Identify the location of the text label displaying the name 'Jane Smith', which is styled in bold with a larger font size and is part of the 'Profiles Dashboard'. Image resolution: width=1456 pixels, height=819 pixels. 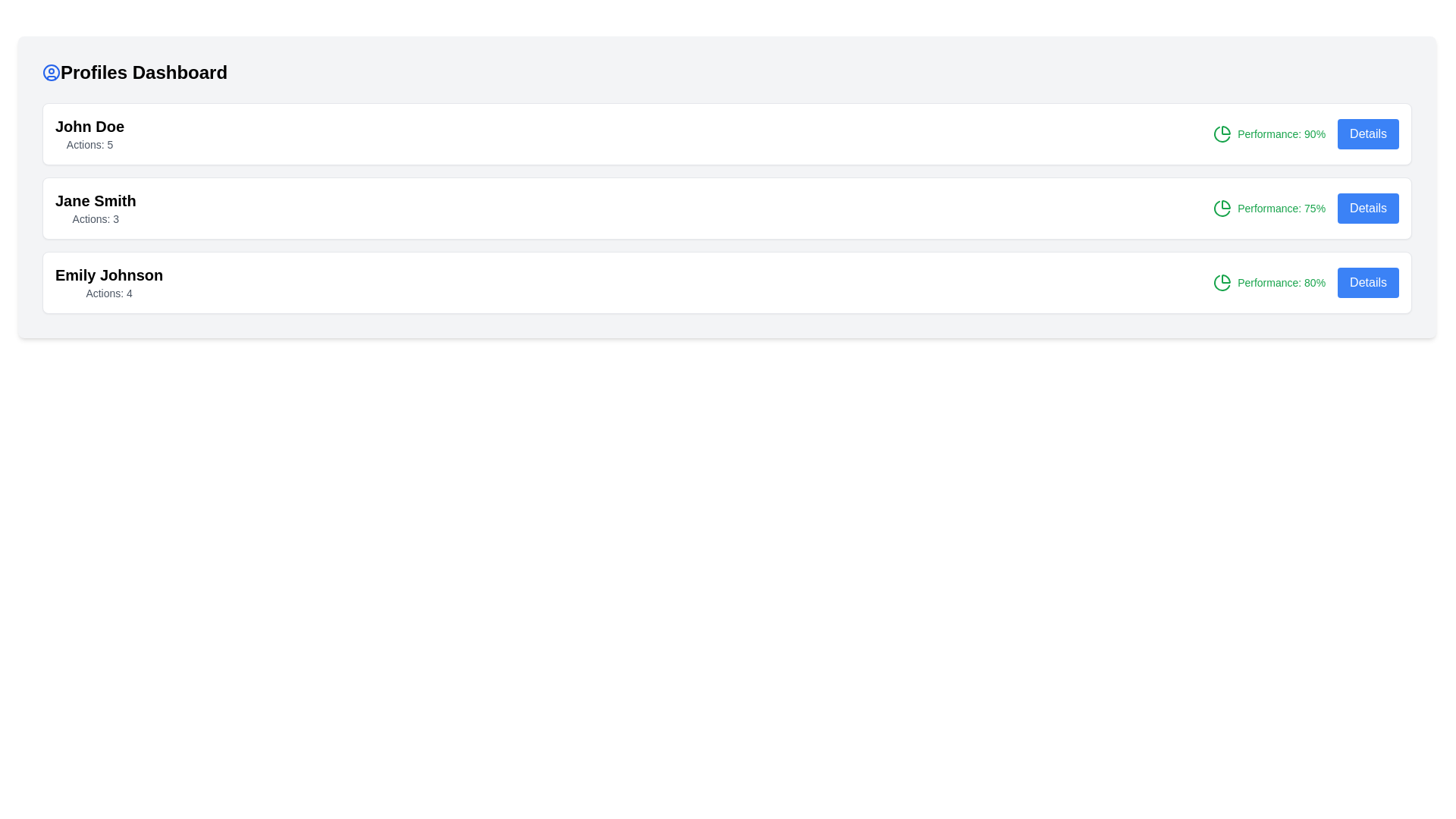
(95, 200).